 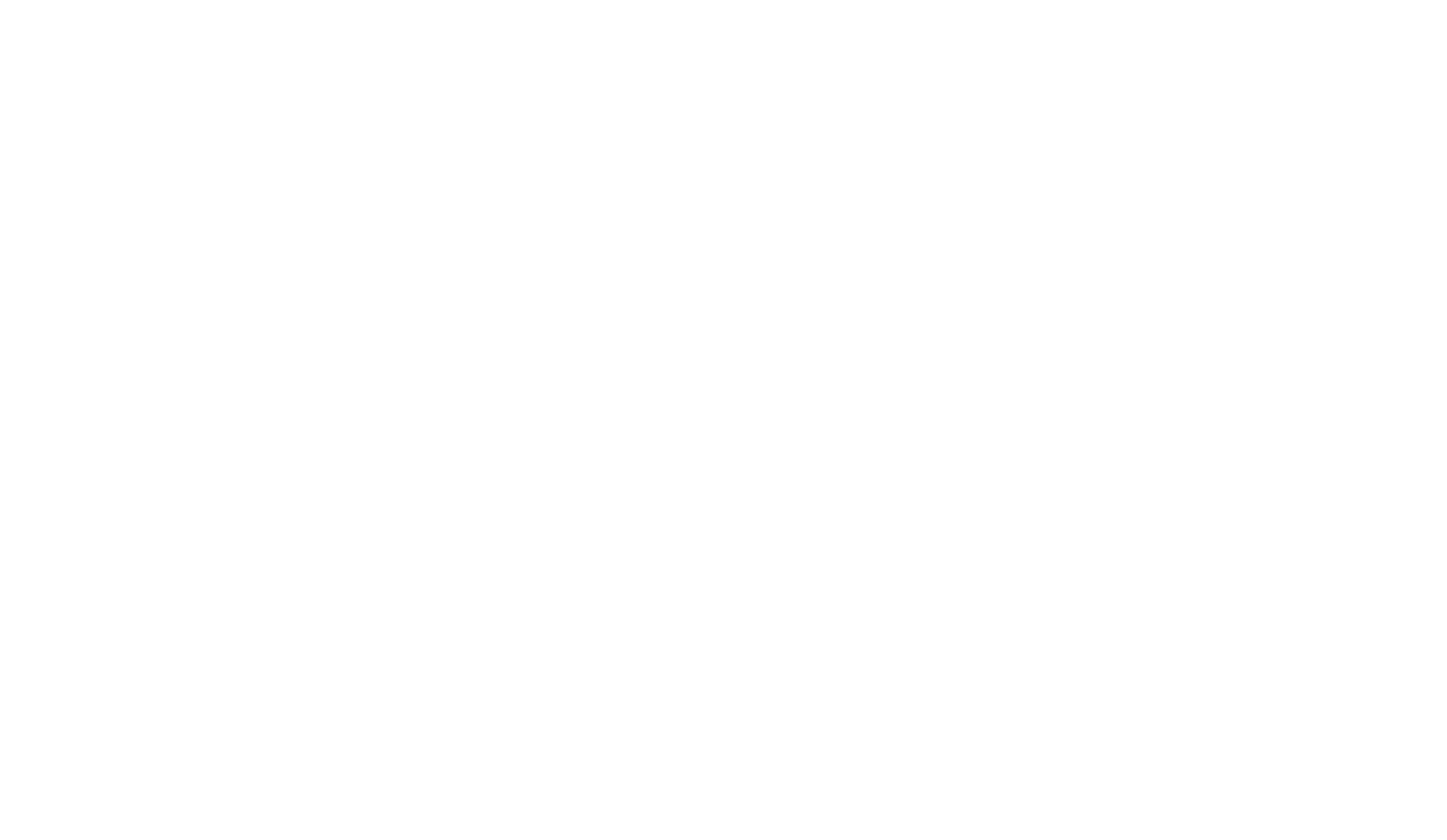 What do you see at coordinates (1097, 490) in the screenshot?
I see `'Spotted par FAPhoto'` at bounding box center [1097, 490].